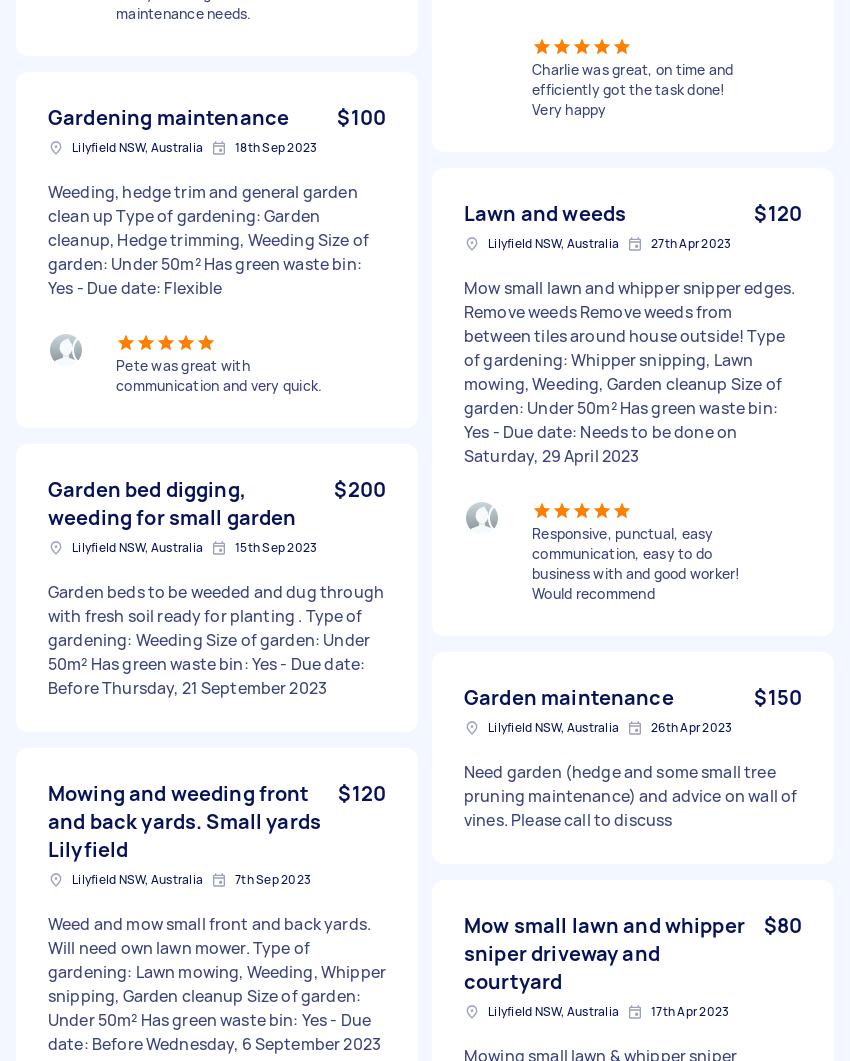 The image size is (850, 1061). Describe the element at coordinates (171, 503) in the screenshot. I see `'Garden bed digging, weeding for small garden'` at that location.